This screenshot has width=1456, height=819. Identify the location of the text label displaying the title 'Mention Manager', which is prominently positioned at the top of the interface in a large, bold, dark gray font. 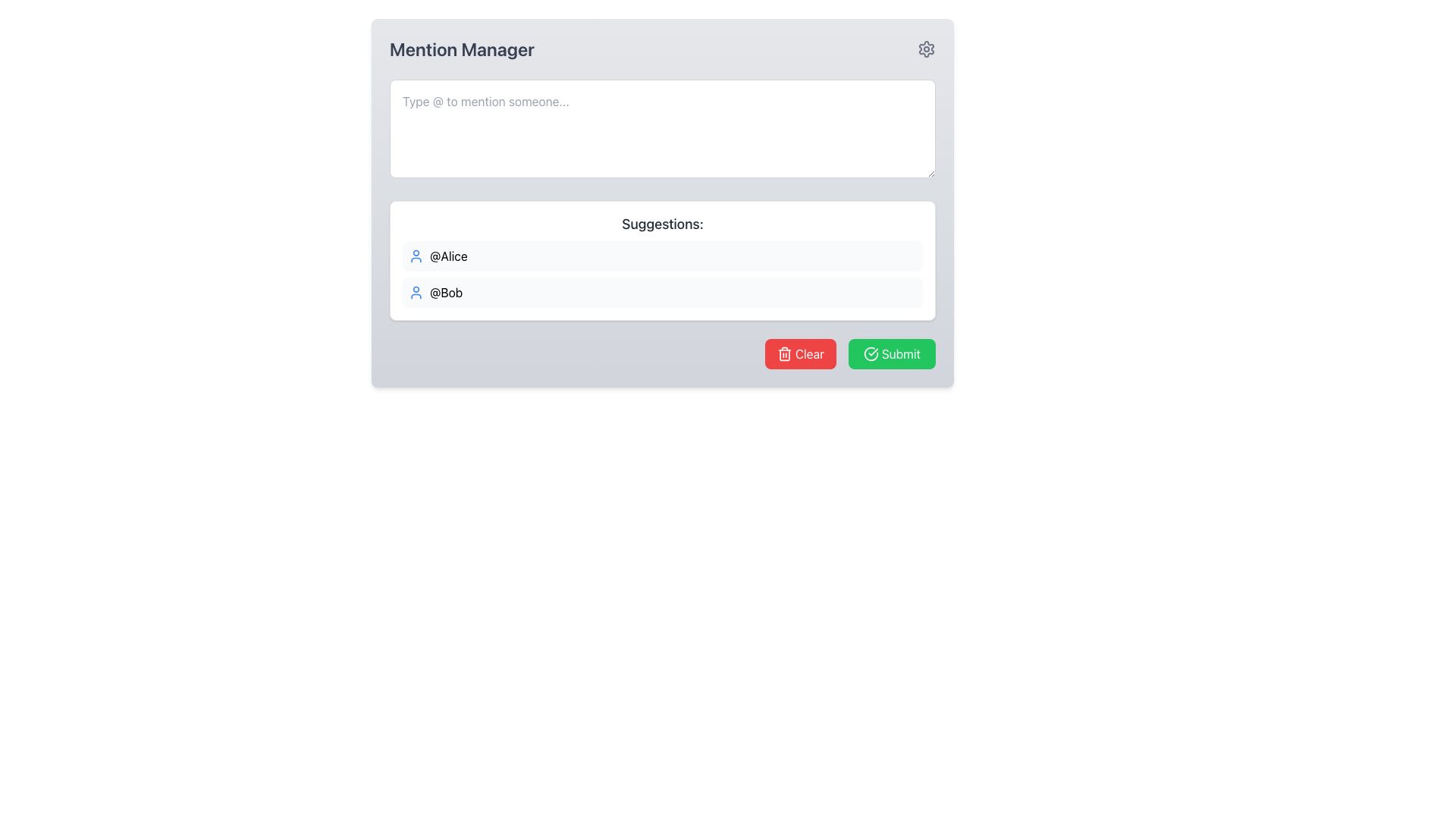
(461, 49).